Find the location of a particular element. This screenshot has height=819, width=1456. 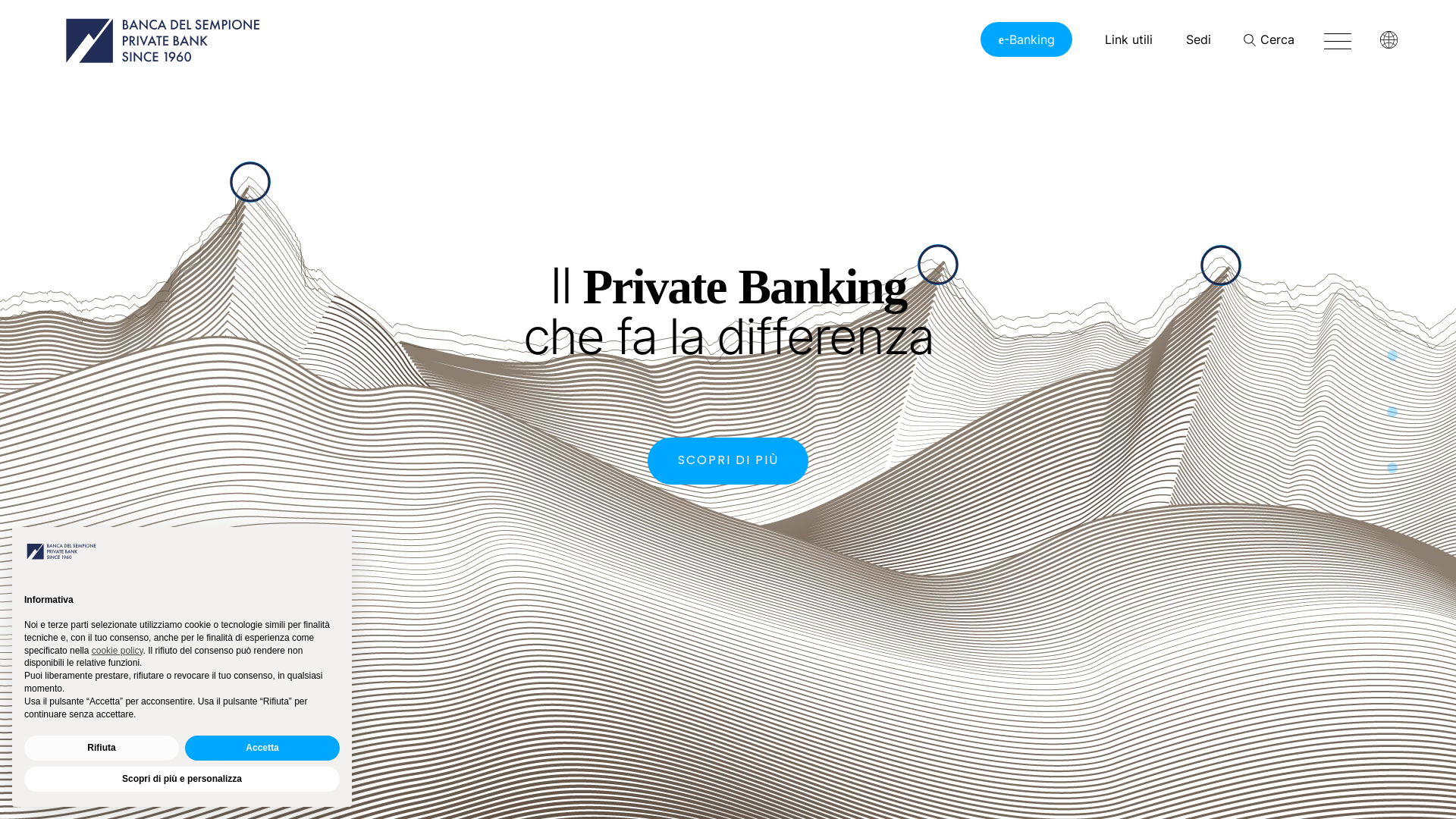

'e-Banking' is located at coordinates (980, 38).